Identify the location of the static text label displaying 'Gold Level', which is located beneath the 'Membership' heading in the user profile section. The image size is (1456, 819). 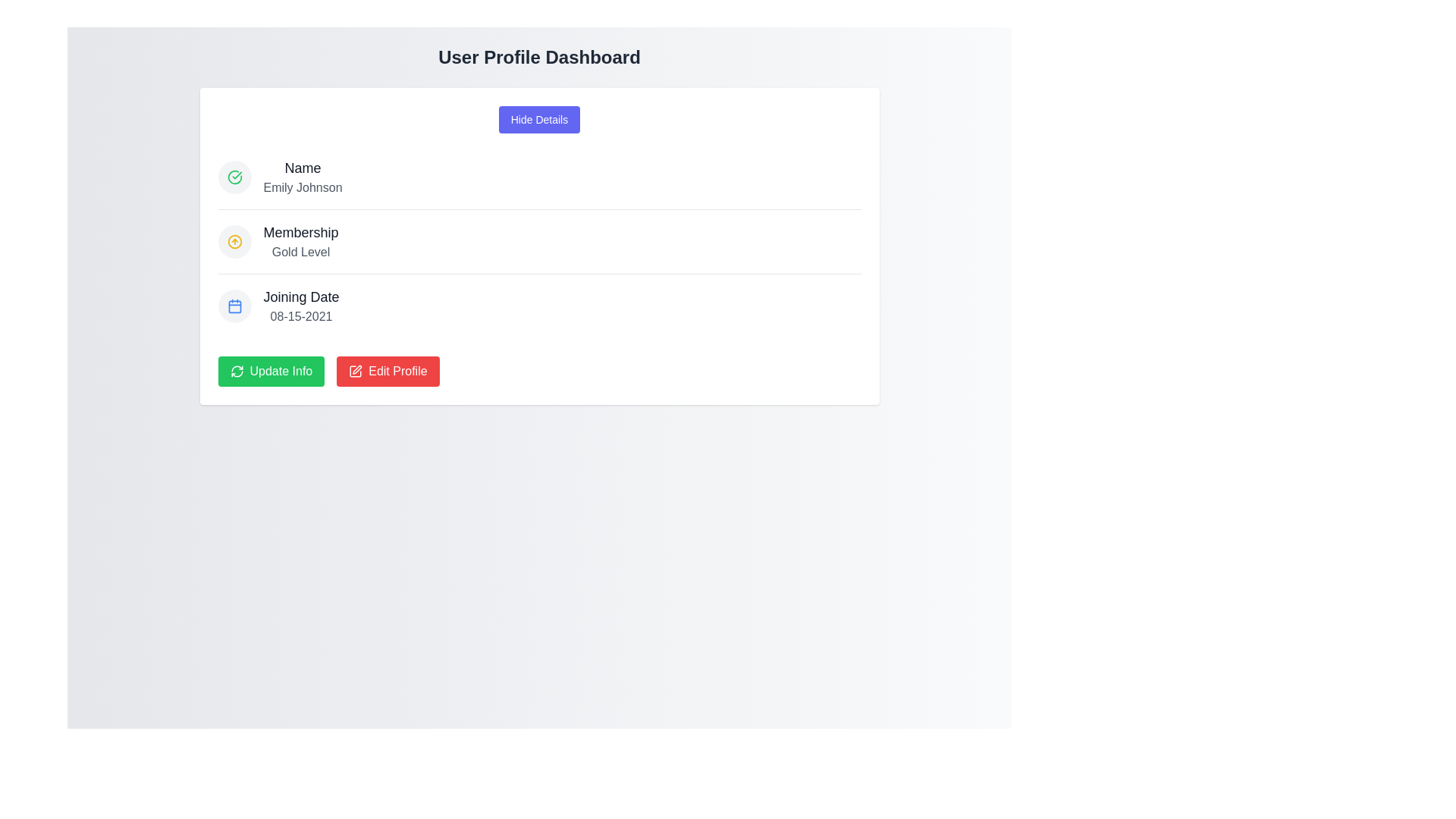
(301, 251).